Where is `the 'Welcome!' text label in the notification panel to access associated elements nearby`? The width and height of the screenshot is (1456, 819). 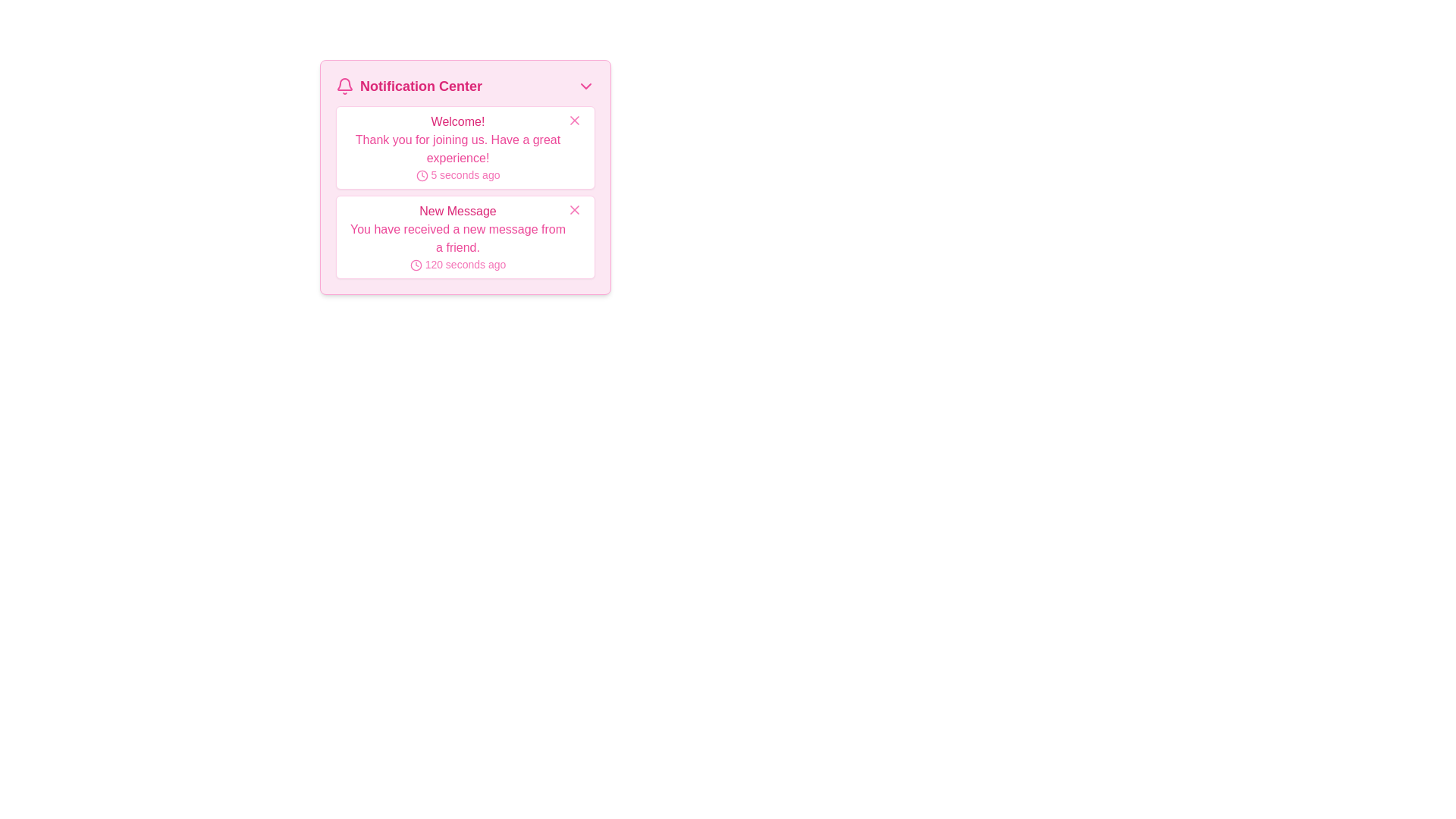 the 'Welcome!' text label in the notification panel to access associated elements nearby is located at coordinates (457, 121).